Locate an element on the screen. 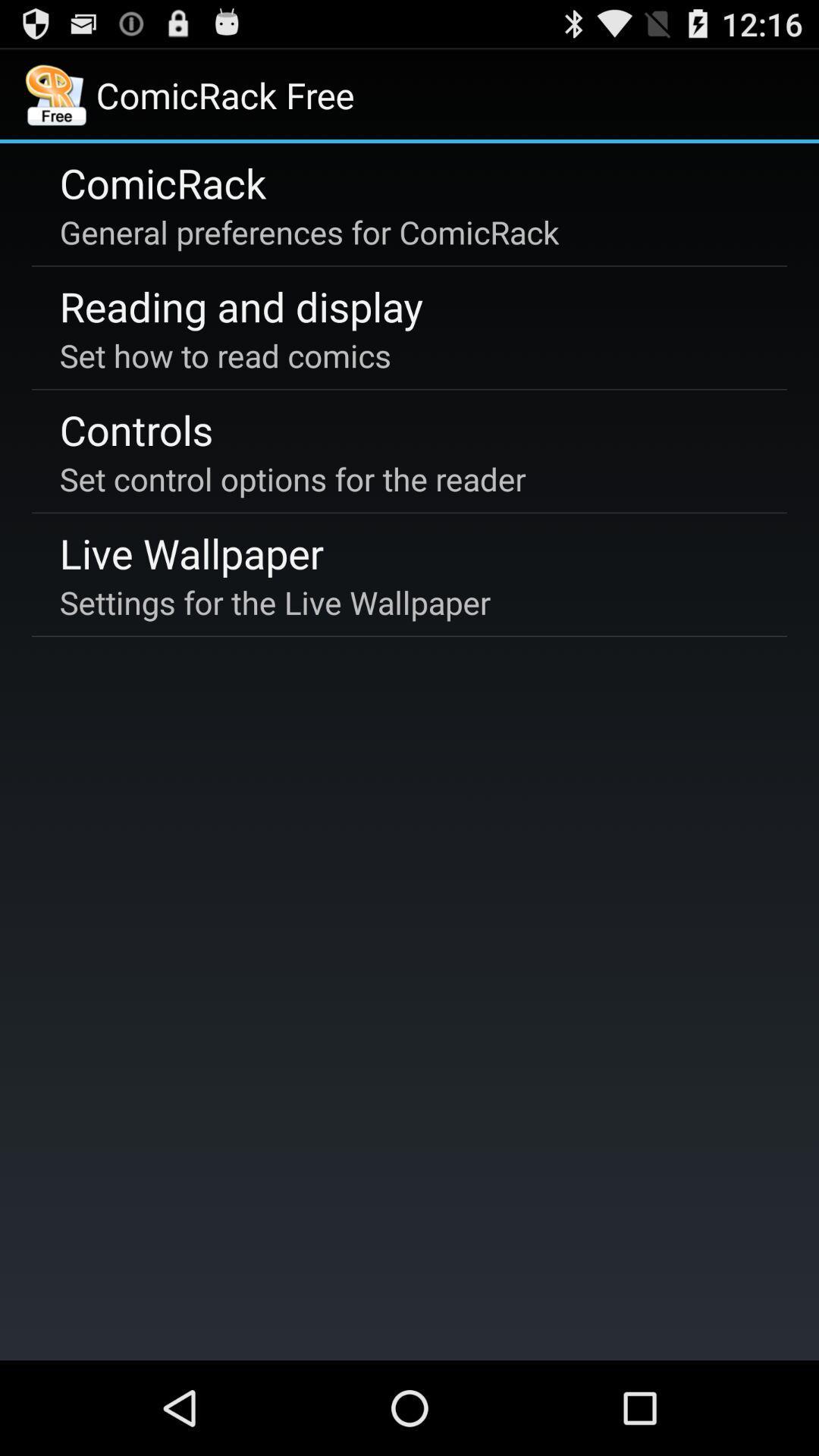 The width and height of the screenshot is (819, 1456). app above the set control options item is located at coordinates (136, 428).